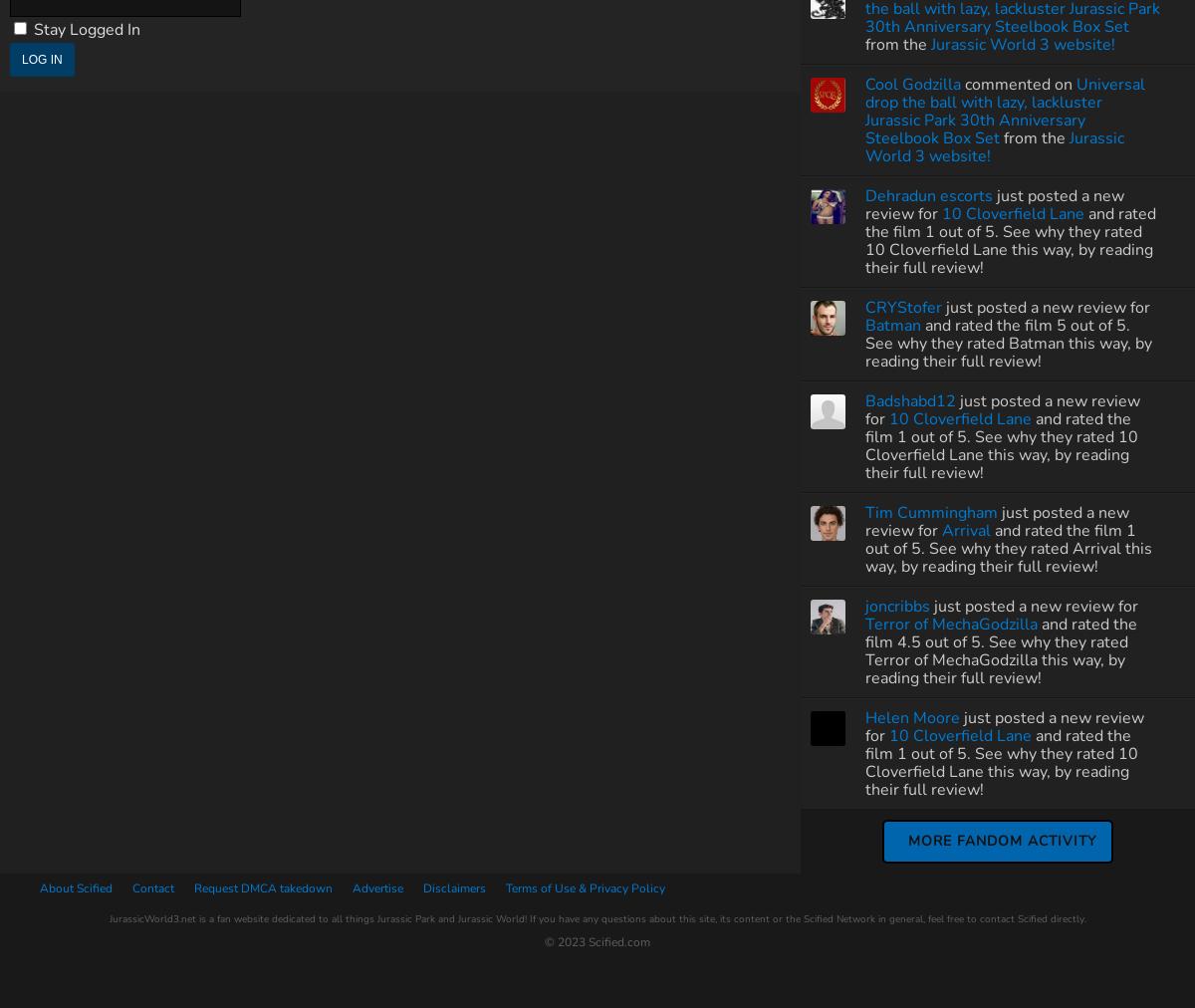  What do you see at coordinates (864, 547) in the screenshot?
I see `'and rated the film 1 out of 5. See why they rated Arrival this way, by reading their full review!'` at bounding box center [864, 547].